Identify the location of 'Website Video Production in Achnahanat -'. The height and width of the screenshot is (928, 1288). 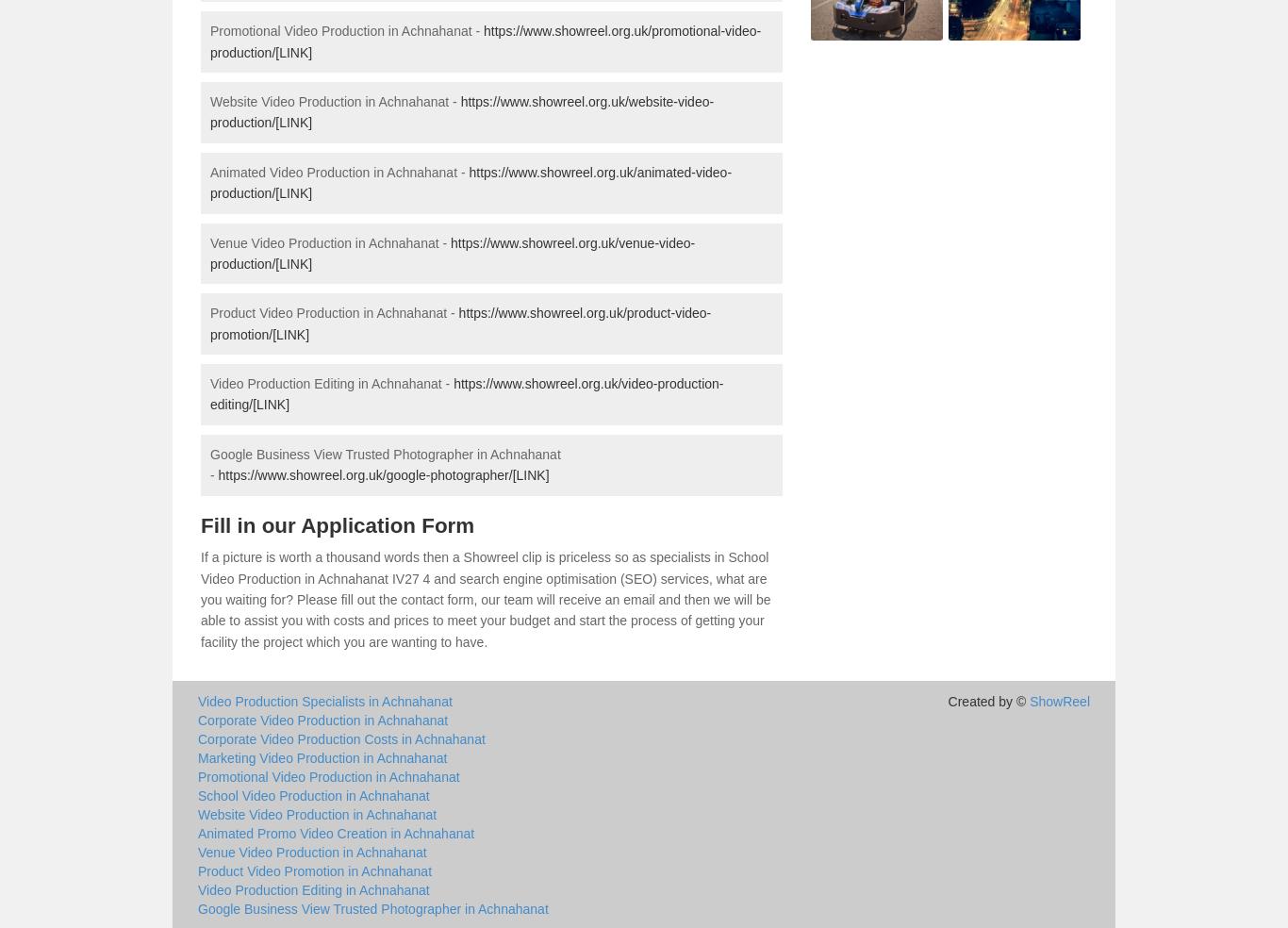
(334, 99).